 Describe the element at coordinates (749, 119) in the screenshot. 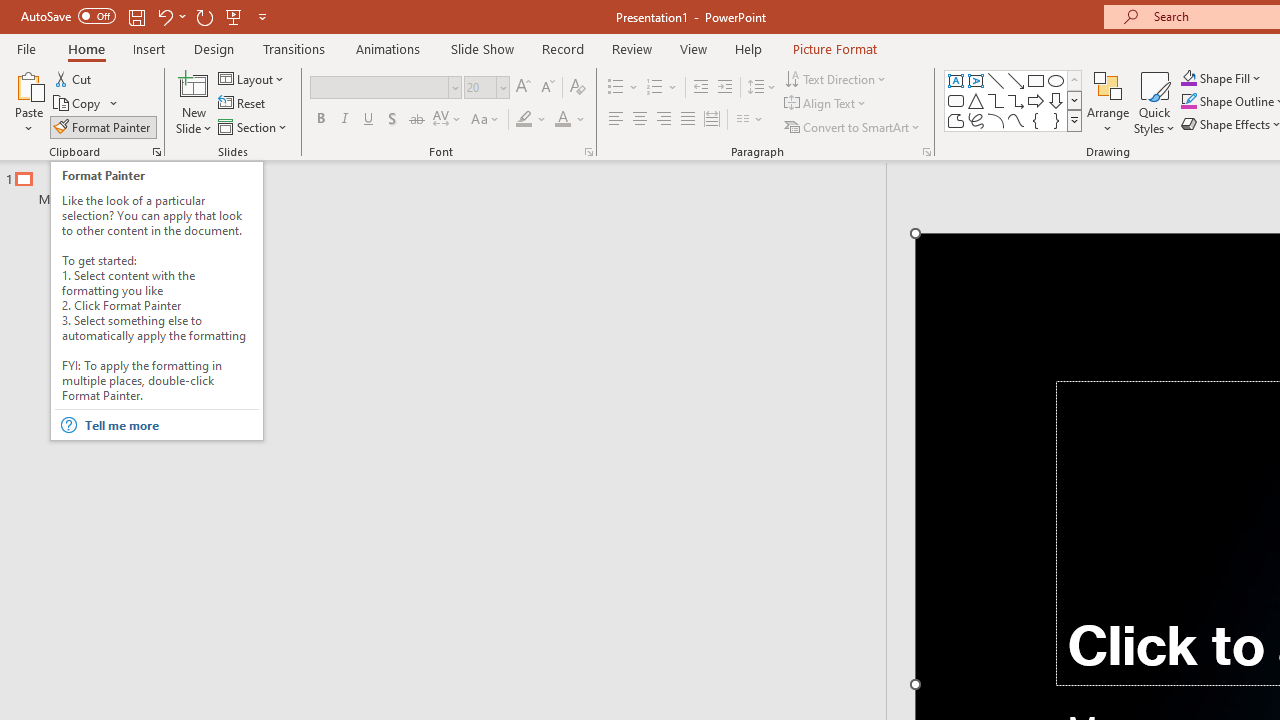

I see `'Columns'` at that location.